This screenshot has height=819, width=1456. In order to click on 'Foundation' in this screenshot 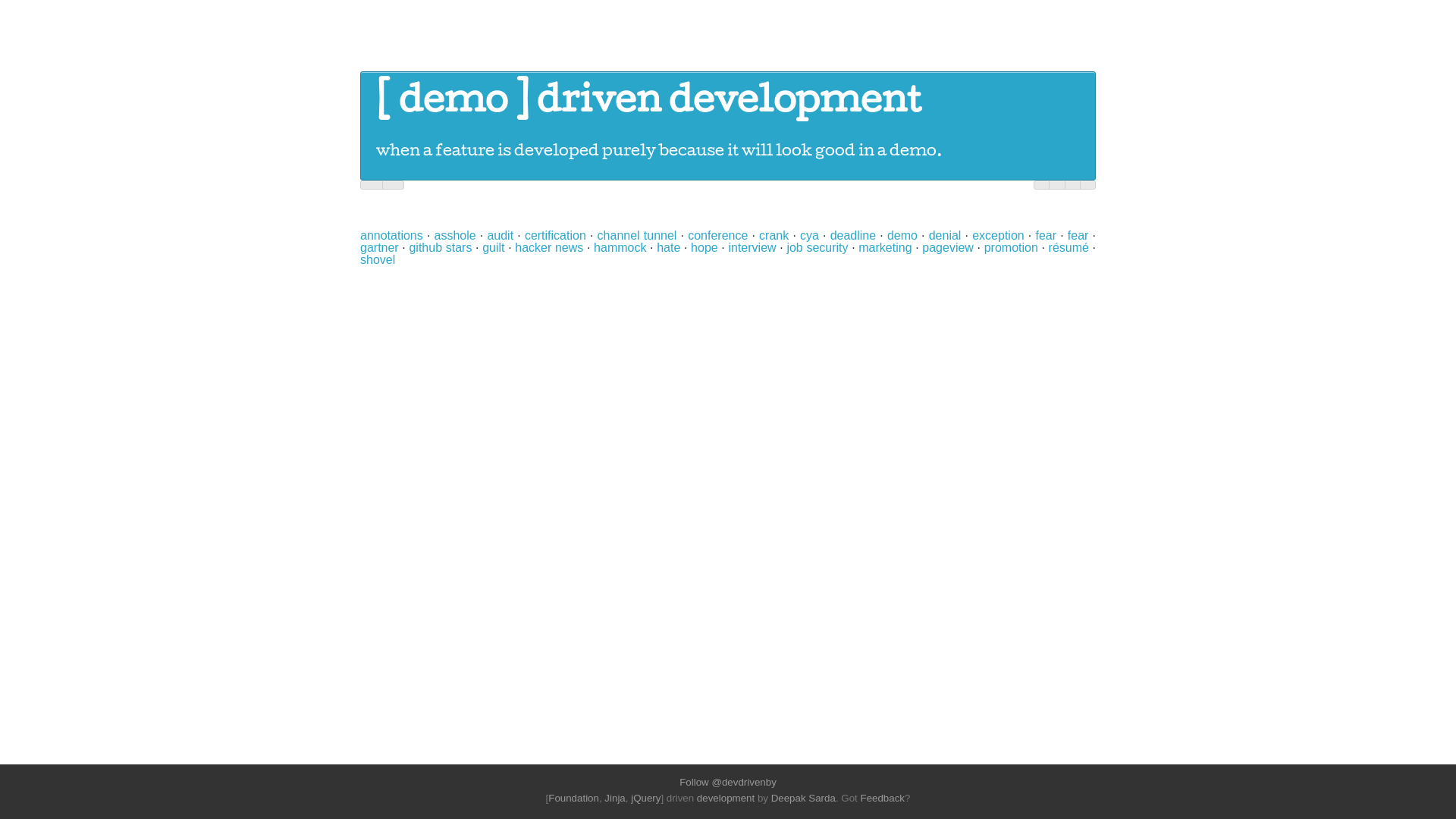, I will do `click(548, 797)`.